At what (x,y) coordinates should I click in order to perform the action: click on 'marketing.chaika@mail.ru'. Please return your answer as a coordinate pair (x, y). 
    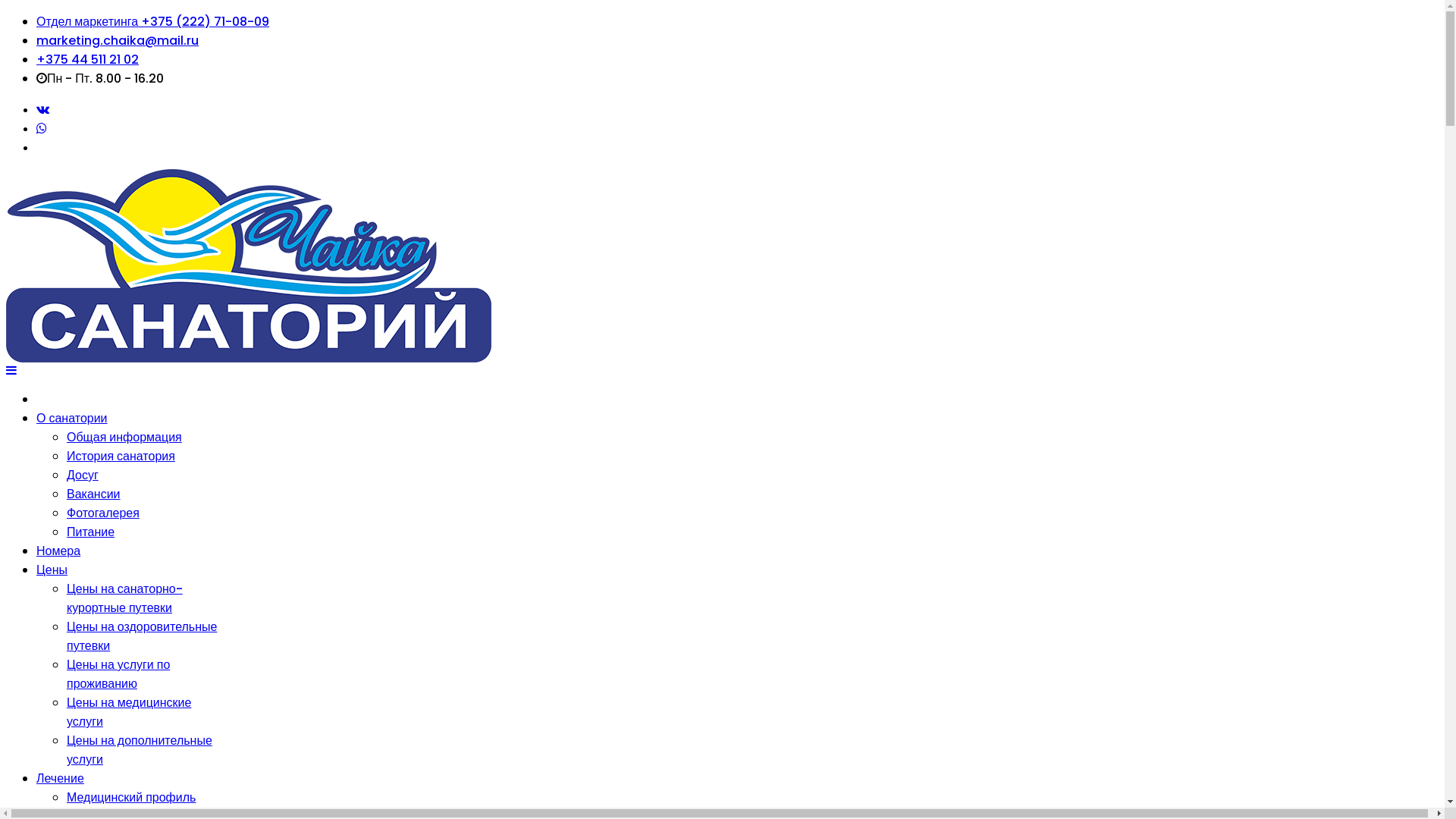
    Looking at the image, I should click on (116, 39).